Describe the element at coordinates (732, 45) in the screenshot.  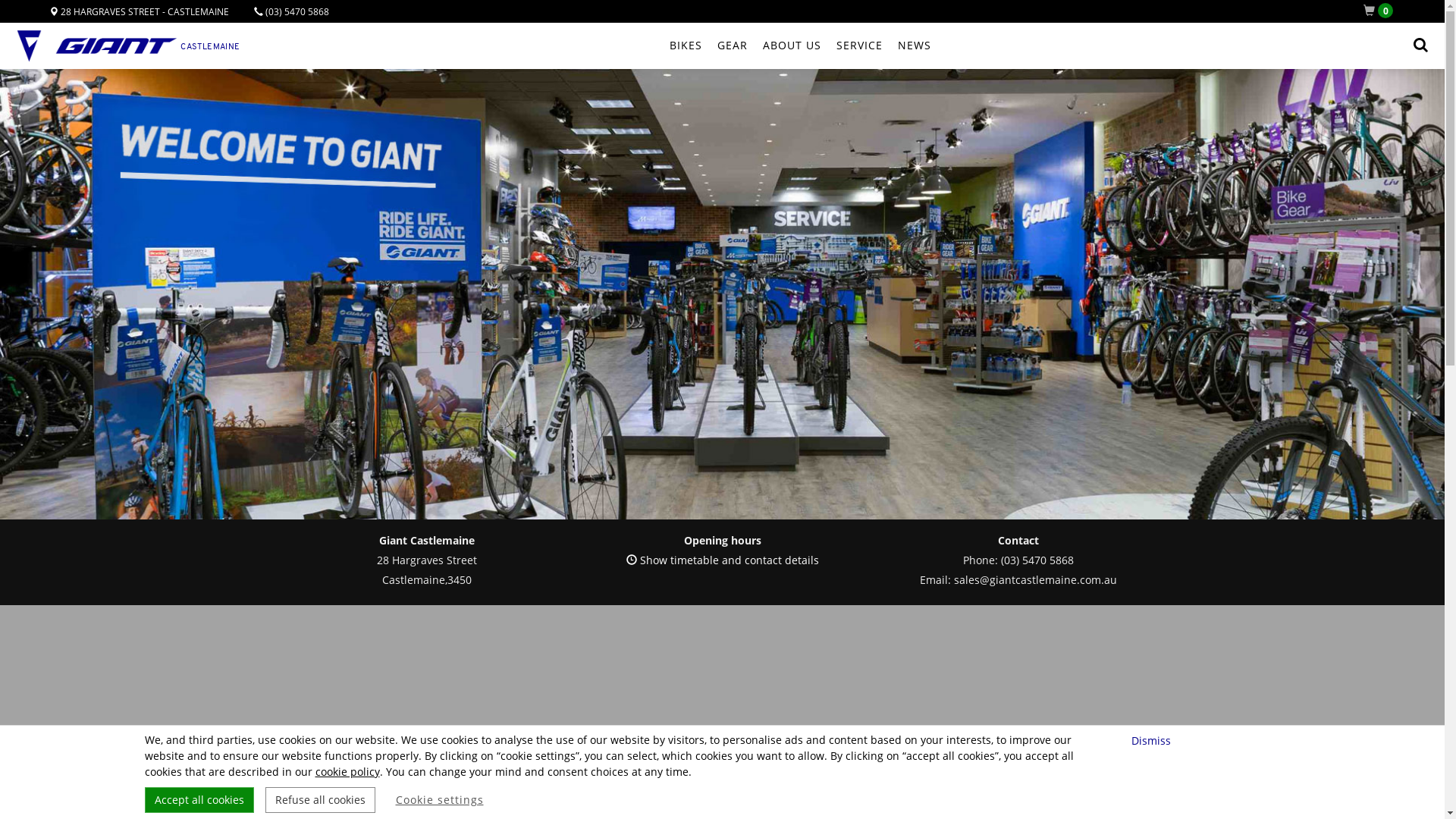
I see `'GEAR'` at that location.